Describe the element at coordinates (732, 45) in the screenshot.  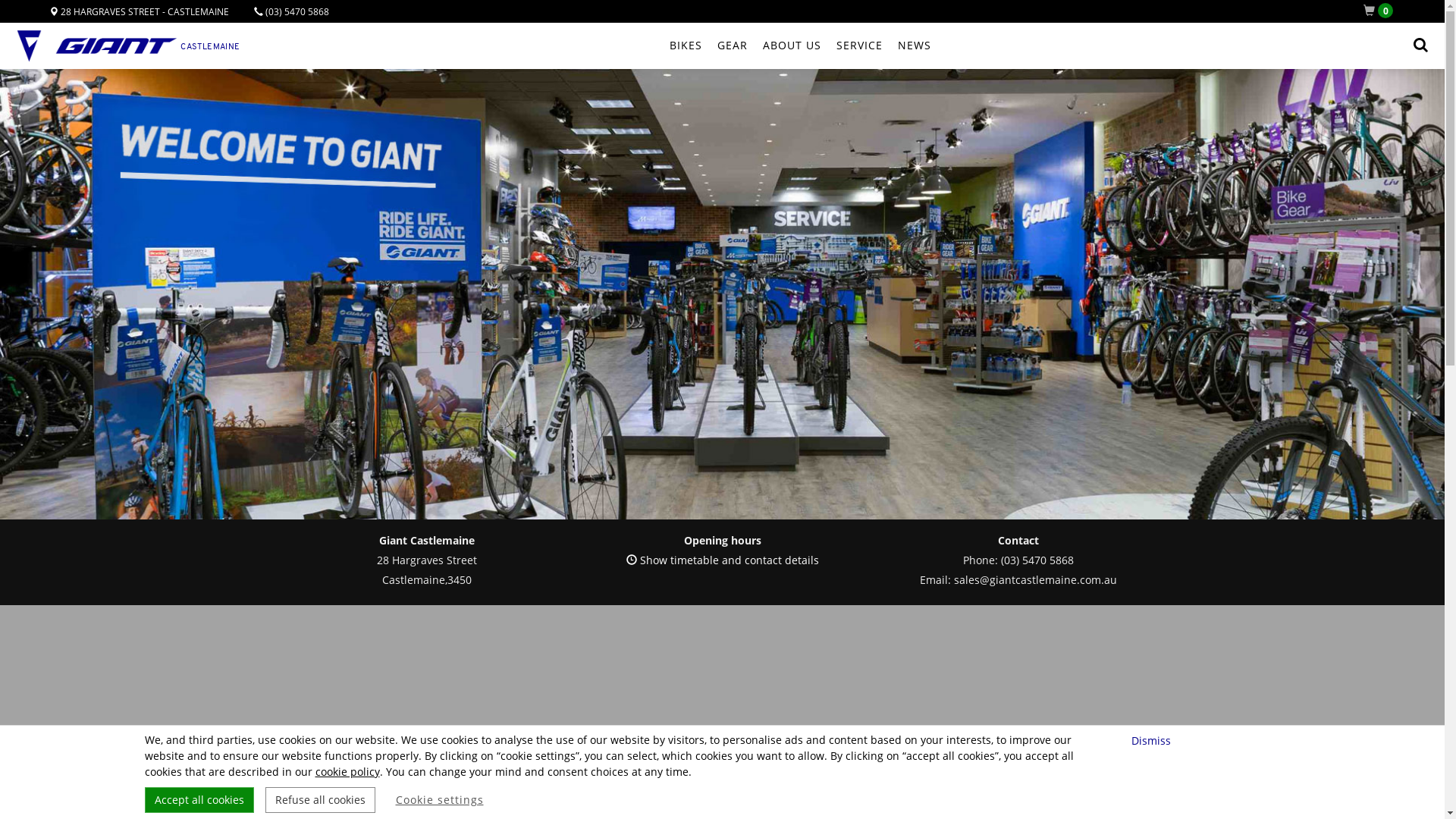
I see `'GEAR'` at that location.